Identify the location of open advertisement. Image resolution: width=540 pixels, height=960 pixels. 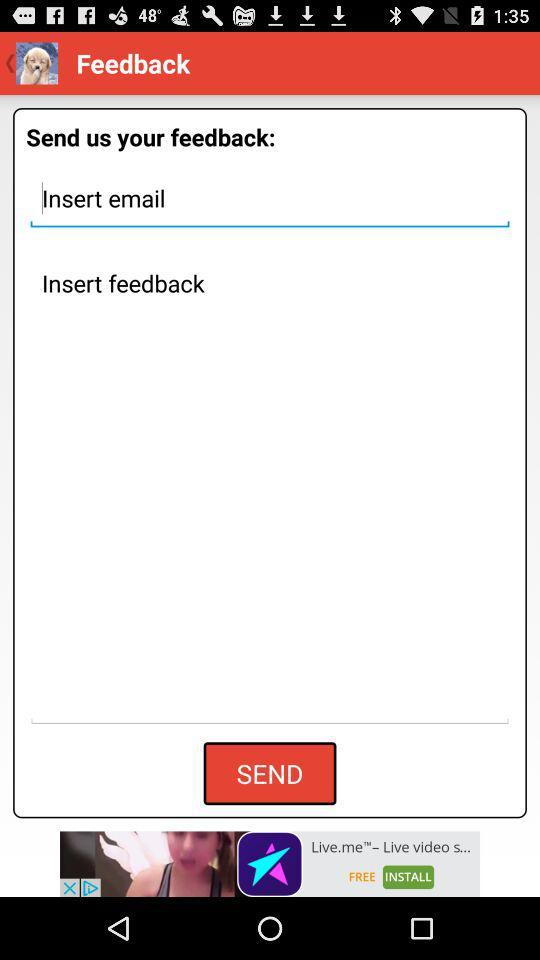
(270, 863).